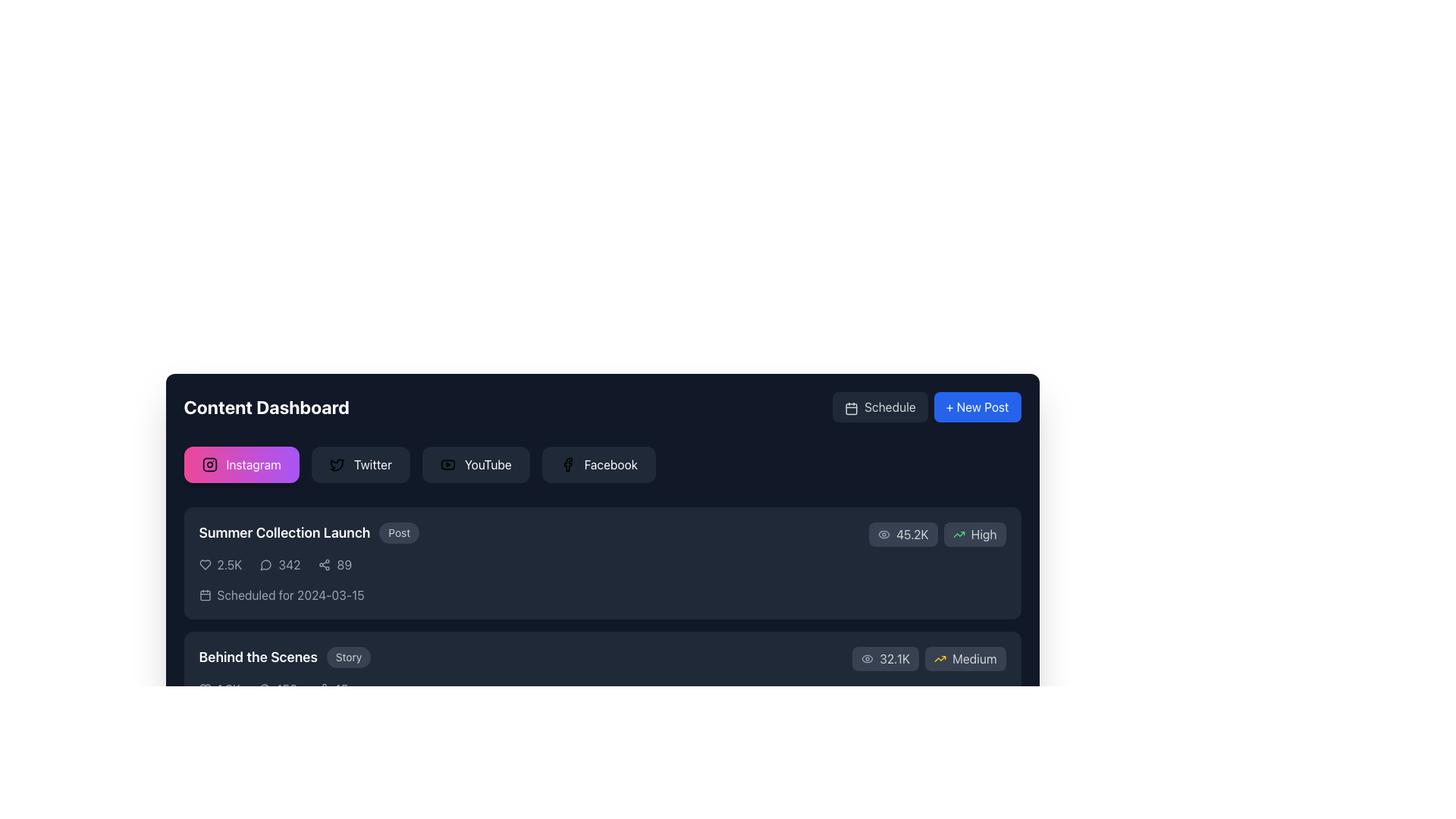 The image size is (1456, 819). I want to click on the Facebook button located beneath the 'Content Dashboard' section, which has a dark gray background and features the Facebook logo and the text 'Facebook', so click(598, 464).